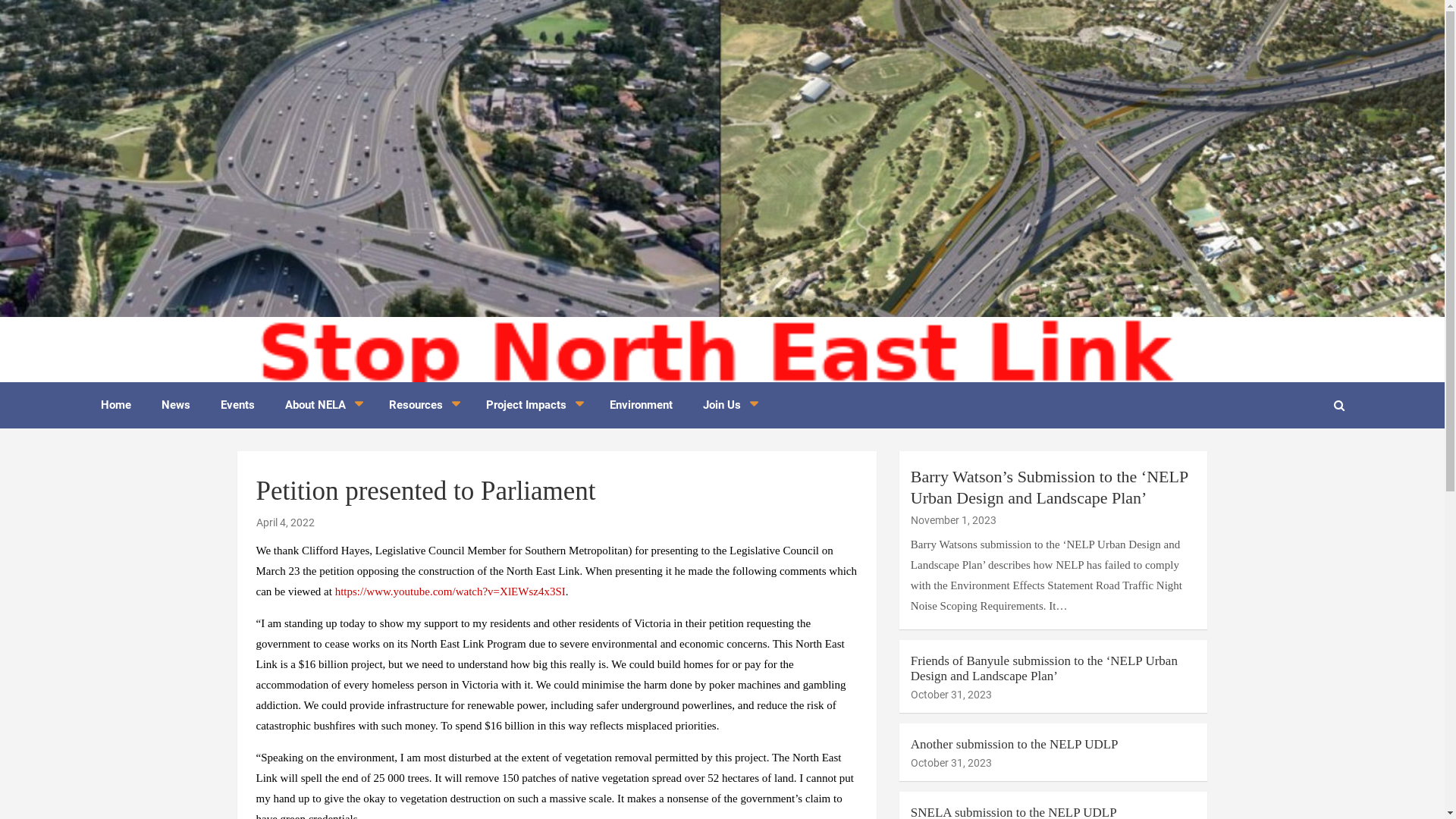 This screenshot has height=819, width=1456. Describe the element at coordinates (285, 522) in the screenshot. I see `'April 4, 2022'` at that location.